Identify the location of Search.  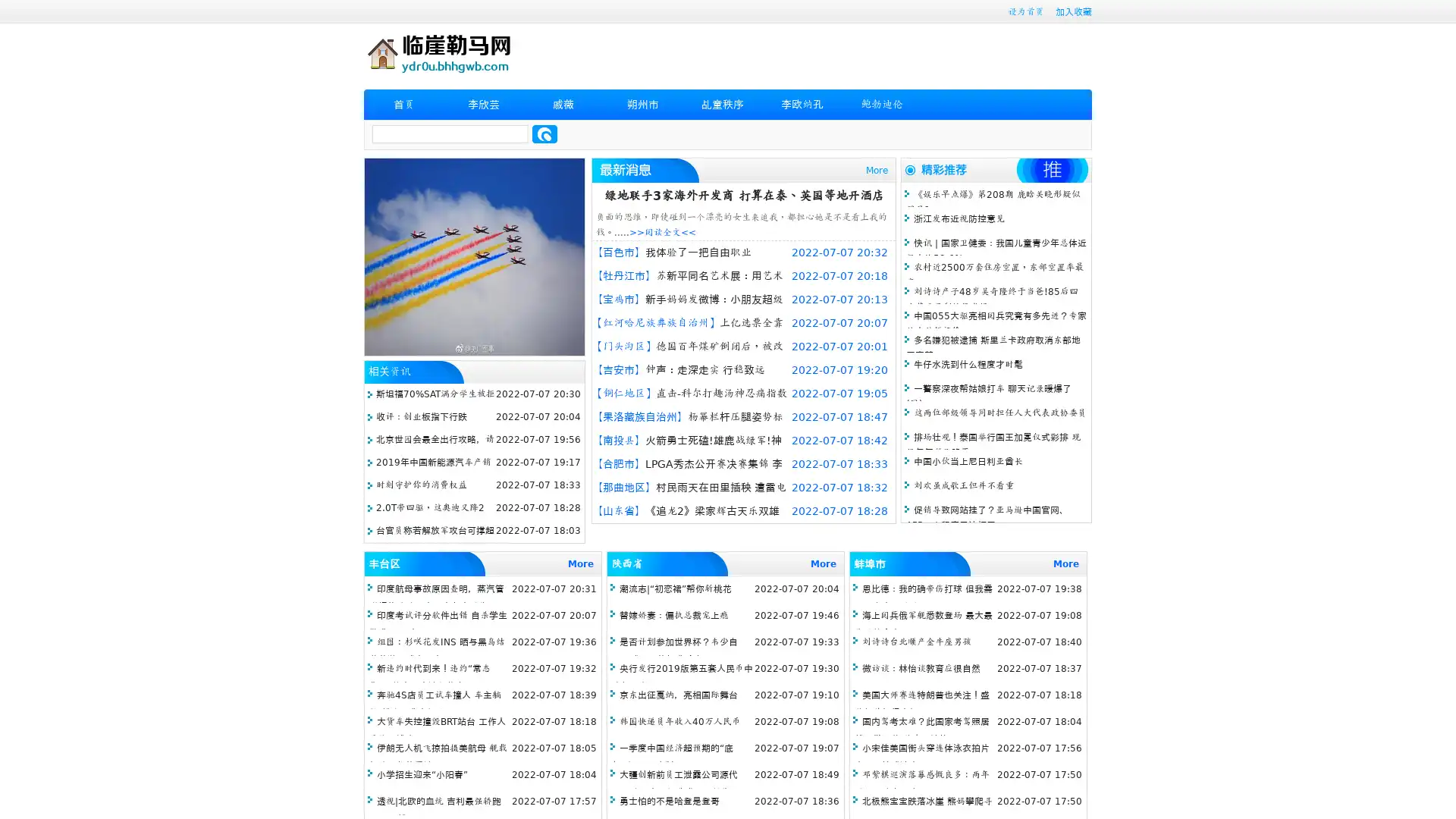
(544, 133).